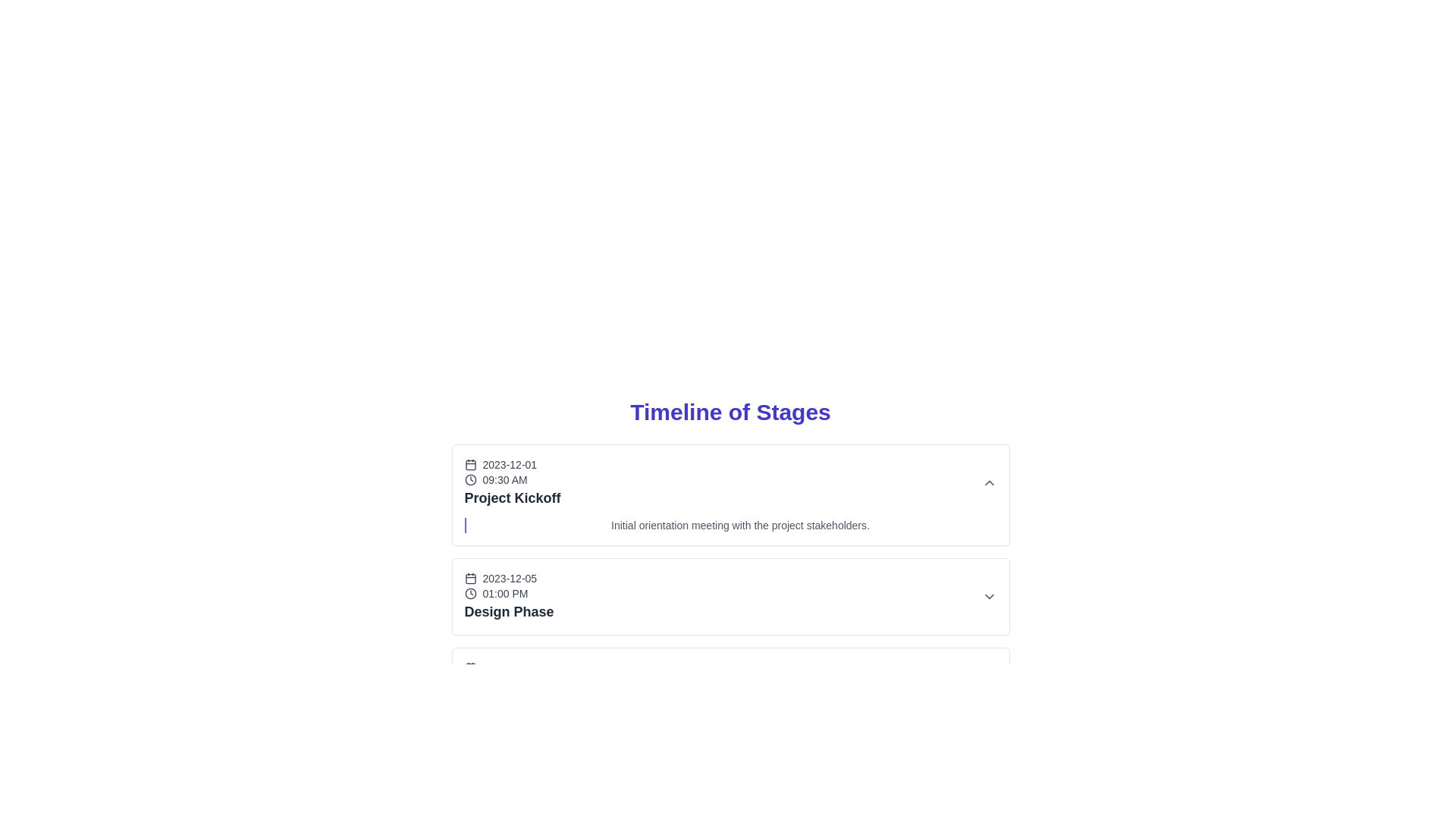  What do you see at coordinates (989, 482) in the screenshot?
I see `the upward-pointing chevron toggle icon located to the right of the text '2023-12-01 09:30 AM Project Kickoff'` at bounding box center [989, 482].